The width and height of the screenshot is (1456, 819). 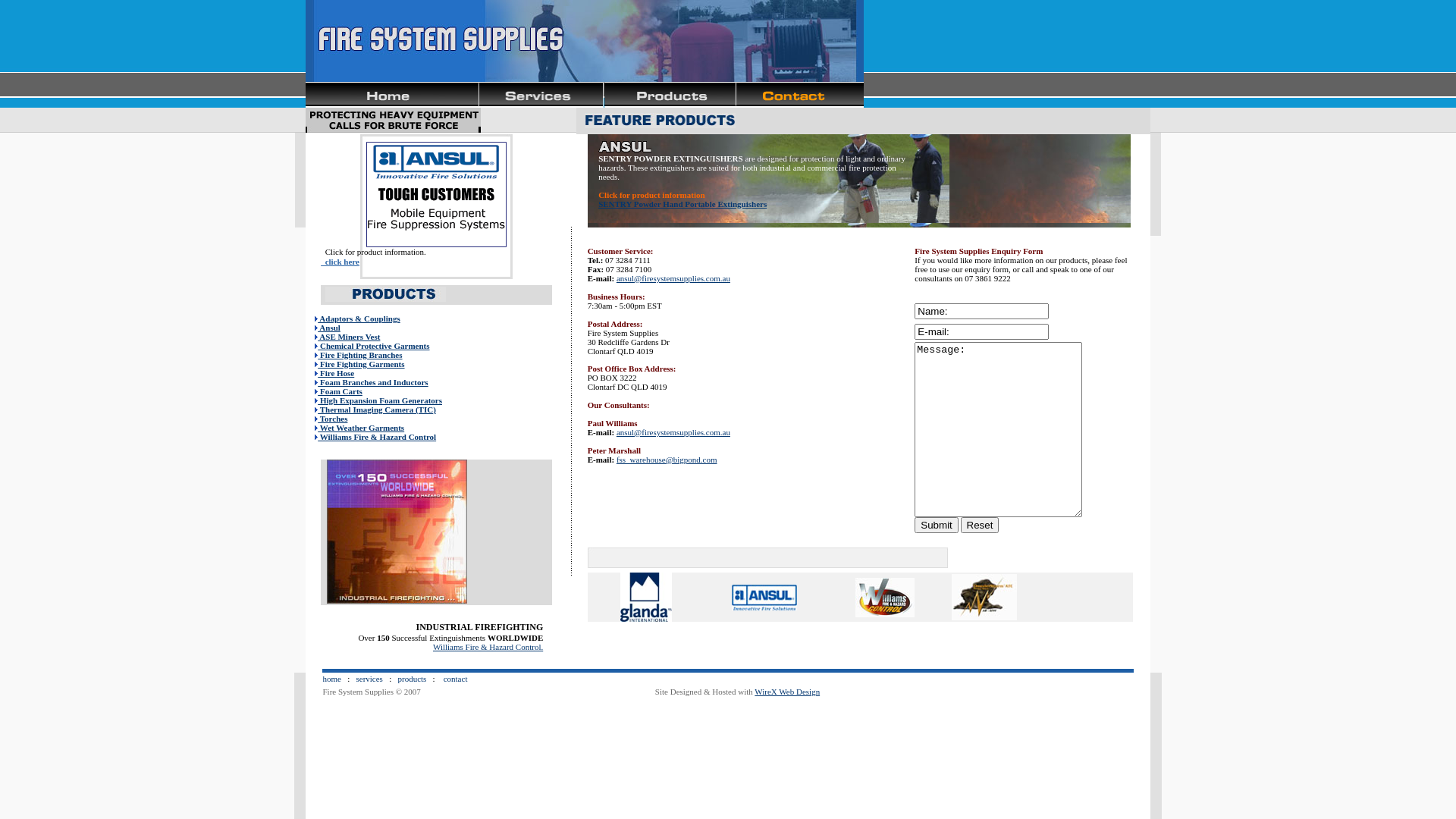 What do you see at coordinates (913, 524) in the screenshot?
I see `'Submit'` at bounding box center [913, 524].